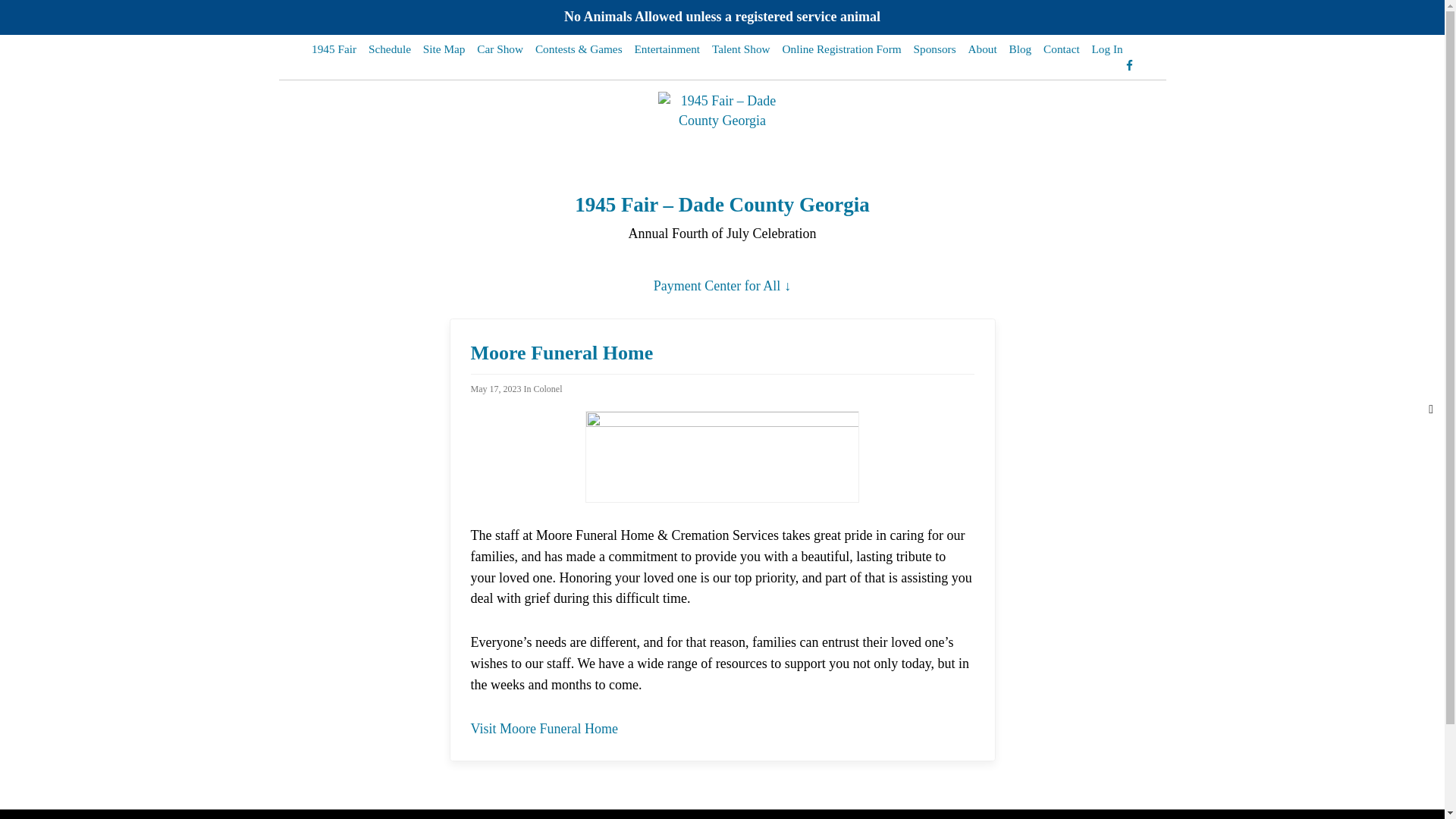 The width and height of the screenshot is (1456, 819). Describe the element at coordinates (389, 48) in the screenshot. I see `'Schedule'` at that location.